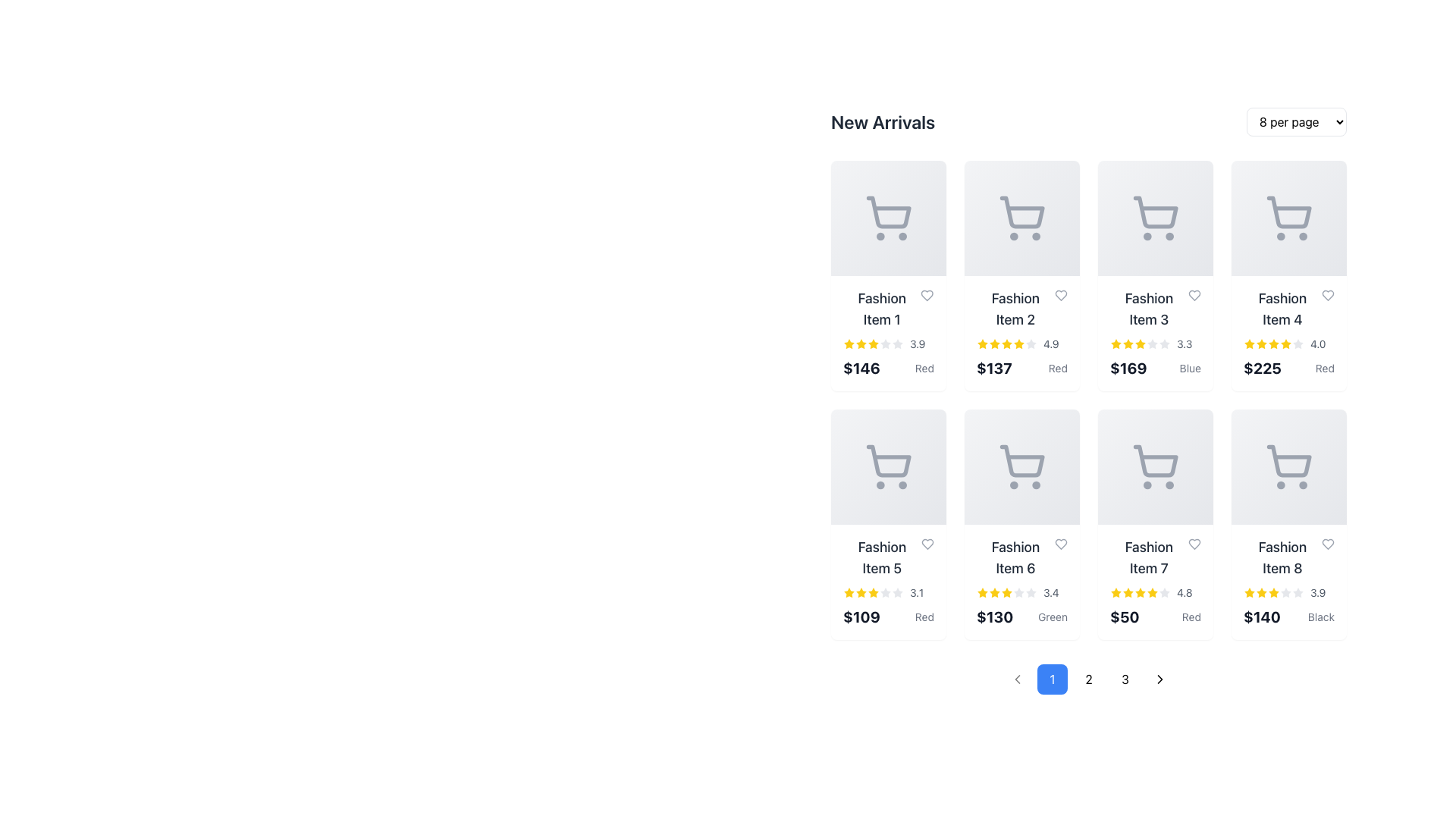 The image size is (1456, 819). Describe the element at coordinates (983, 592) in the screenshot. I see `visually filled yellow star icon representing the rating for 'Fashion Item 6', located in the second row, third column of the rating component` at that location.